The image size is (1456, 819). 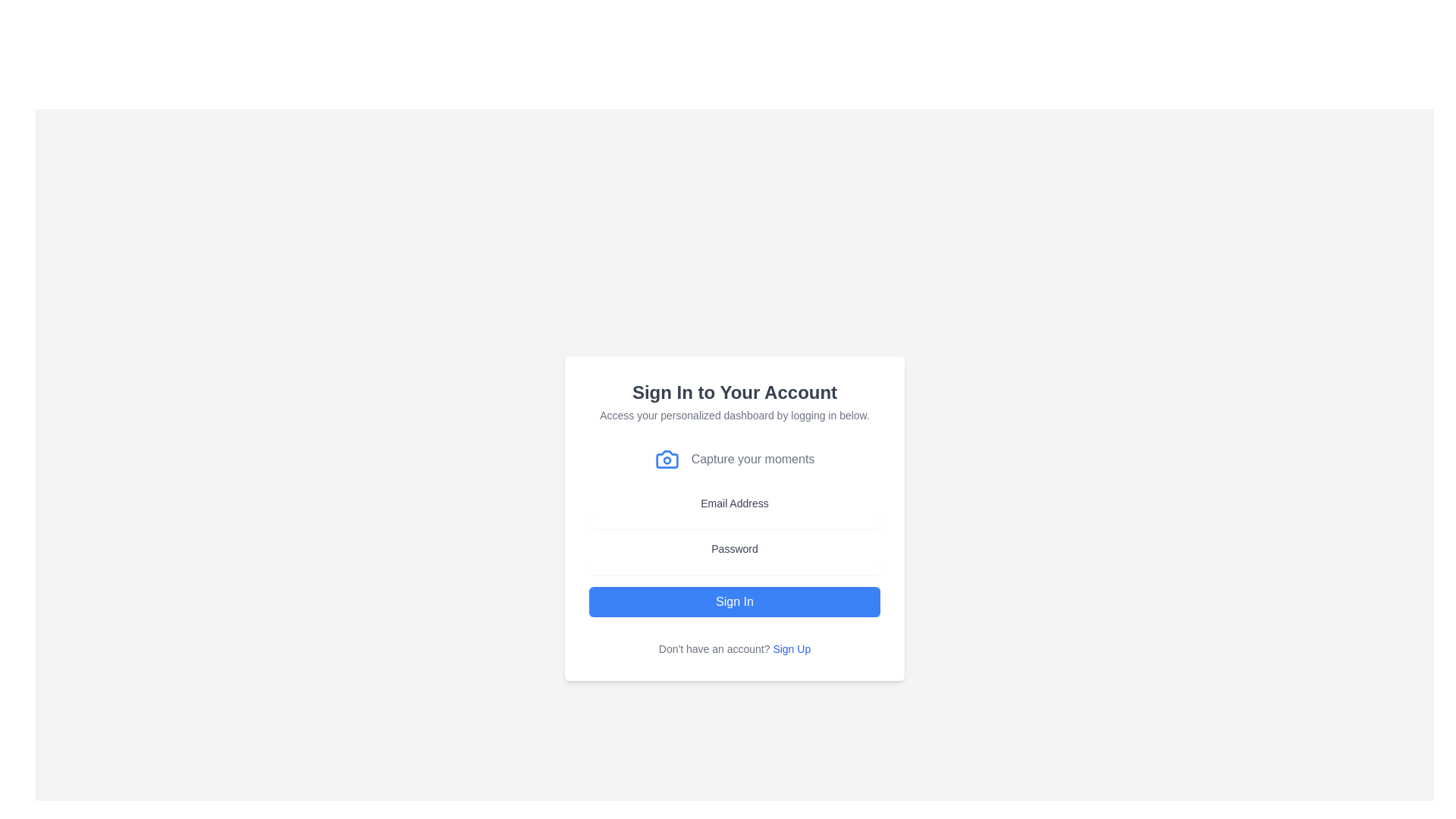 I want to click on the 'Email Address' text label, which is styled in medium-sized gray font and positioned above the email input field in the form layout, so click(x=735, y=512).